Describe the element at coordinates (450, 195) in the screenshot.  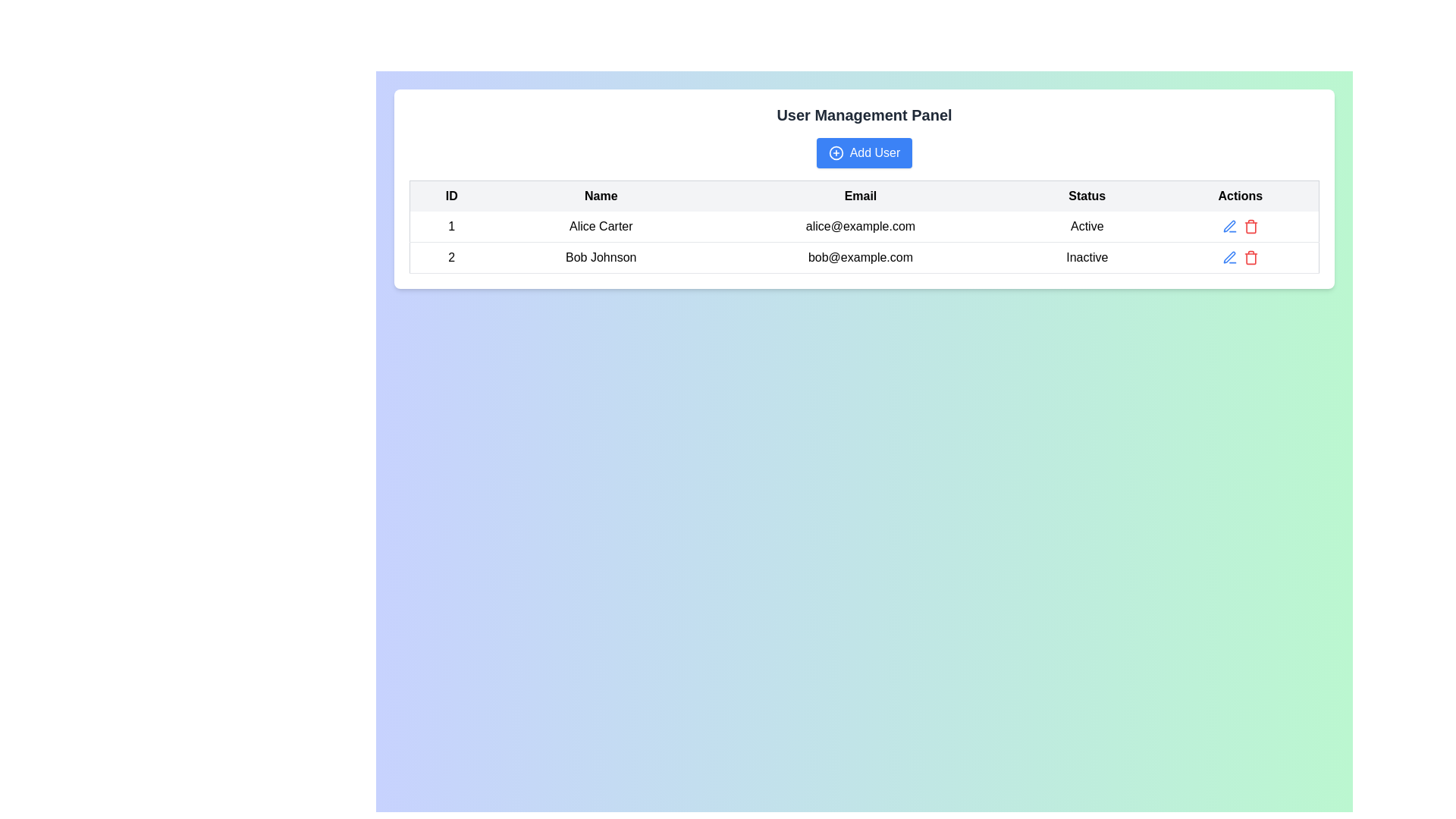
I see `the label of the first column header in the table to understand the data type represented by this unique identifier` at that location.